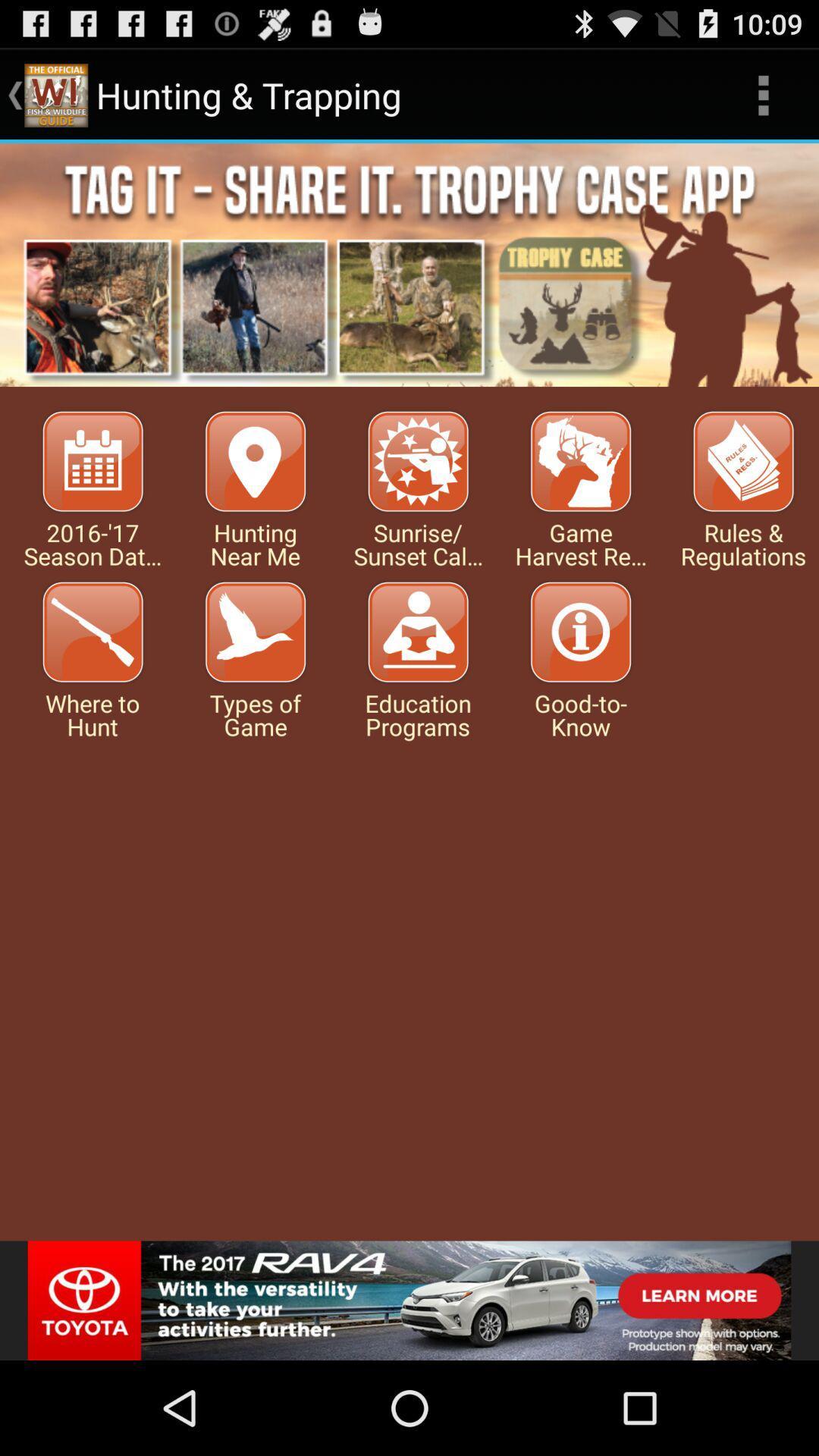  I want to click on sponsored advertisement, so click(409, 1300).